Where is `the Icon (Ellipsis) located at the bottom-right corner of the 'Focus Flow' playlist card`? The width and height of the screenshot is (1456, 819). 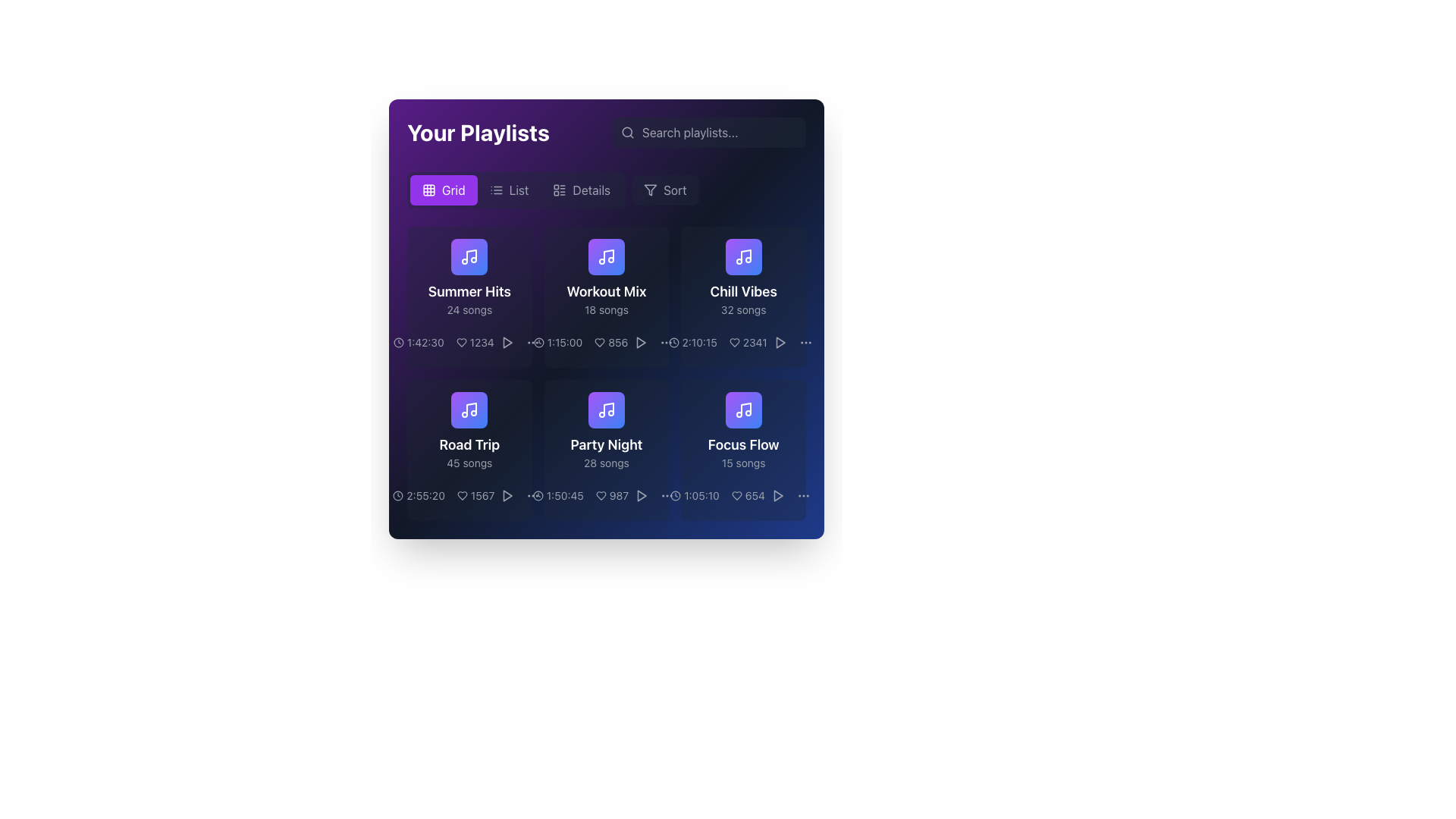 the Icon (Ellipsis) located at the bottom-right corner of the 'Focus Flow' playlist card is located at coordinates (803, 496).